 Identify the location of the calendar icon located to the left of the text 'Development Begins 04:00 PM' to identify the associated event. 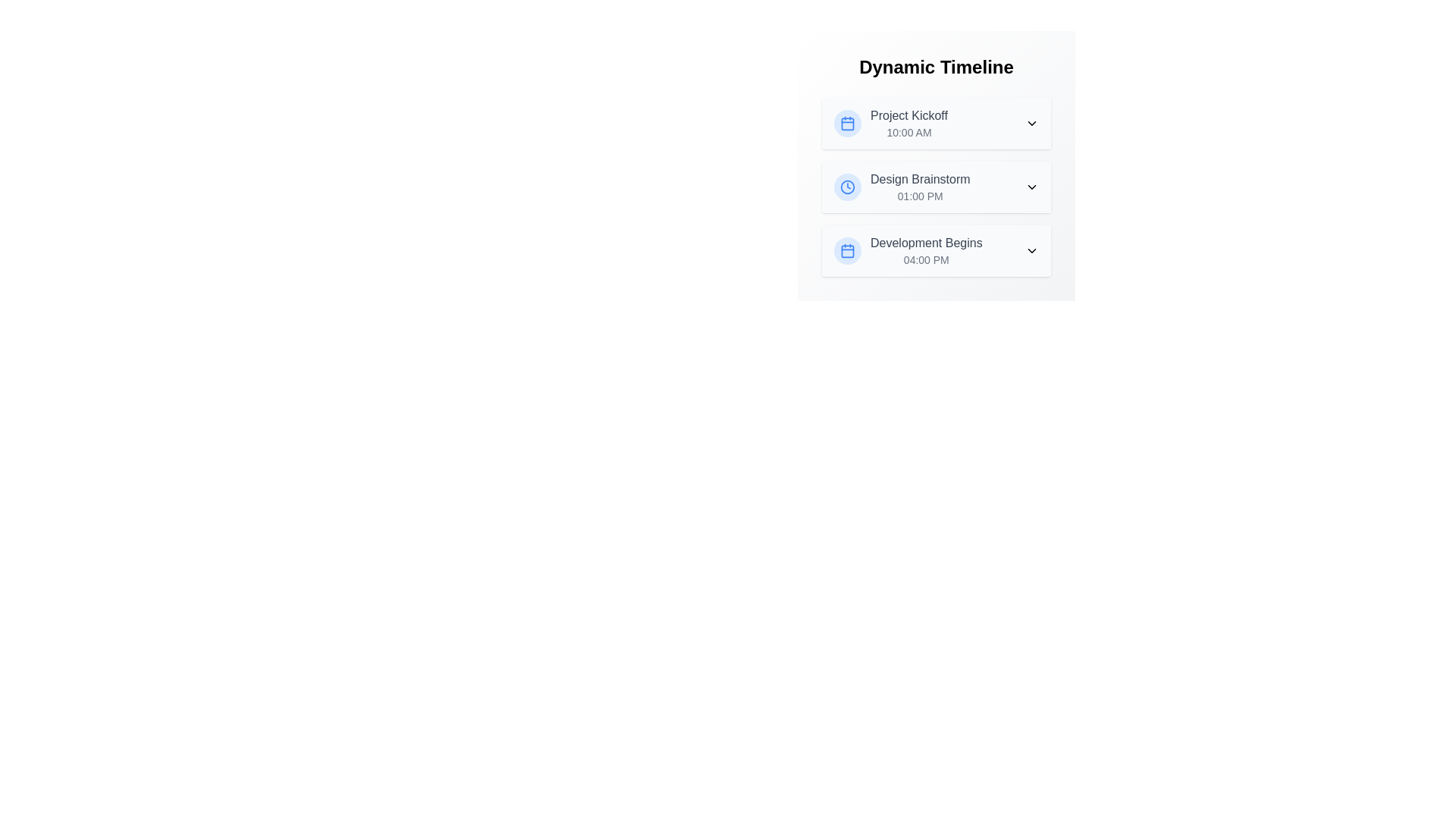
(847, 250).